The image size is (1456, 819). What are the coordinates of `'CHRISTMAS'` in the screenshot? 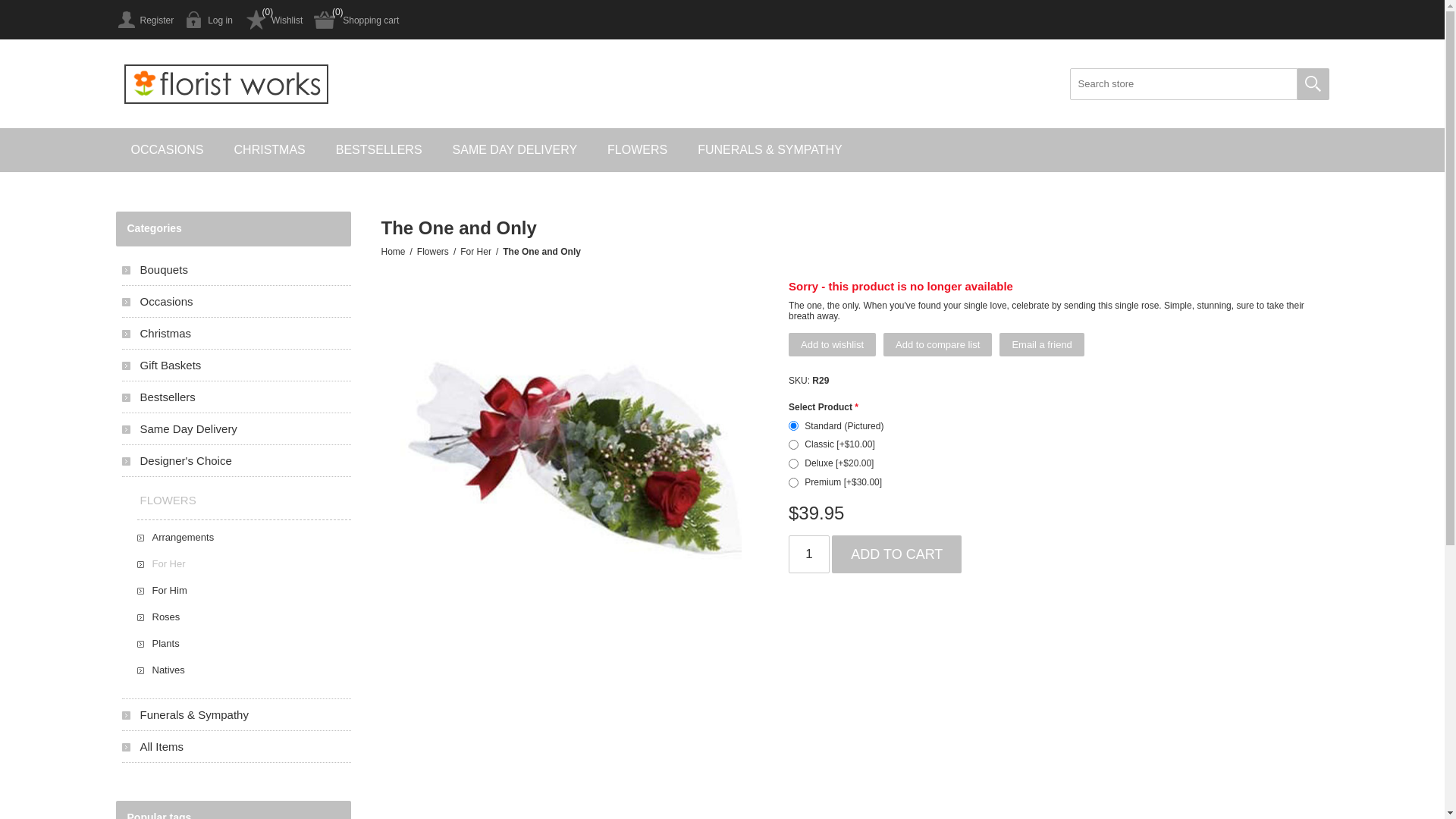 It's located at (218, 149).